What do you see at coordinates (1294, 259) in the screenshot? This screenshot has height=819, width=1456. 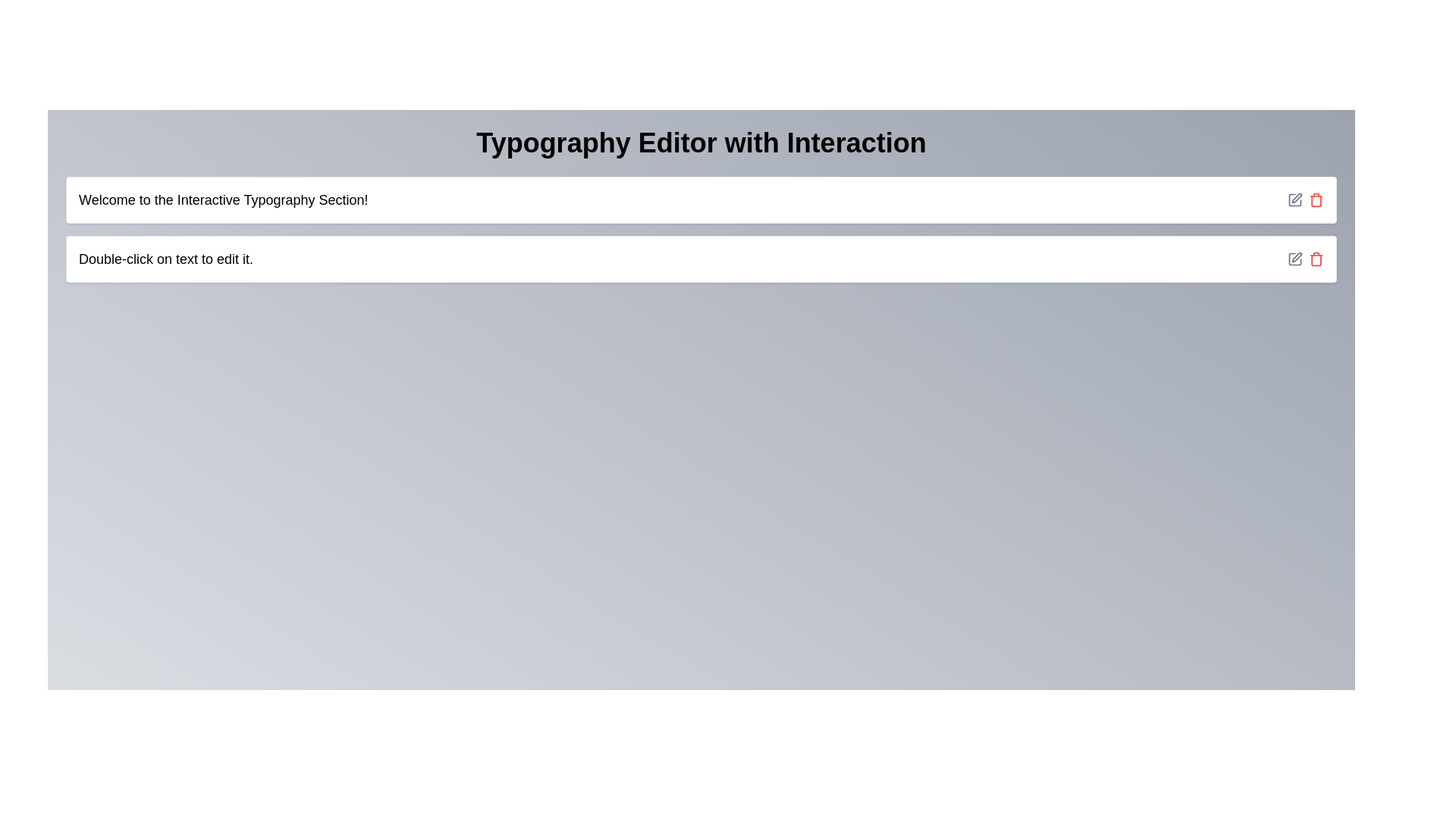 I see `the edit icon, which resembles a small square with a pen overlay, located at the leftmost position near the right edge of the second text box` at bounding box center [1294, 259].